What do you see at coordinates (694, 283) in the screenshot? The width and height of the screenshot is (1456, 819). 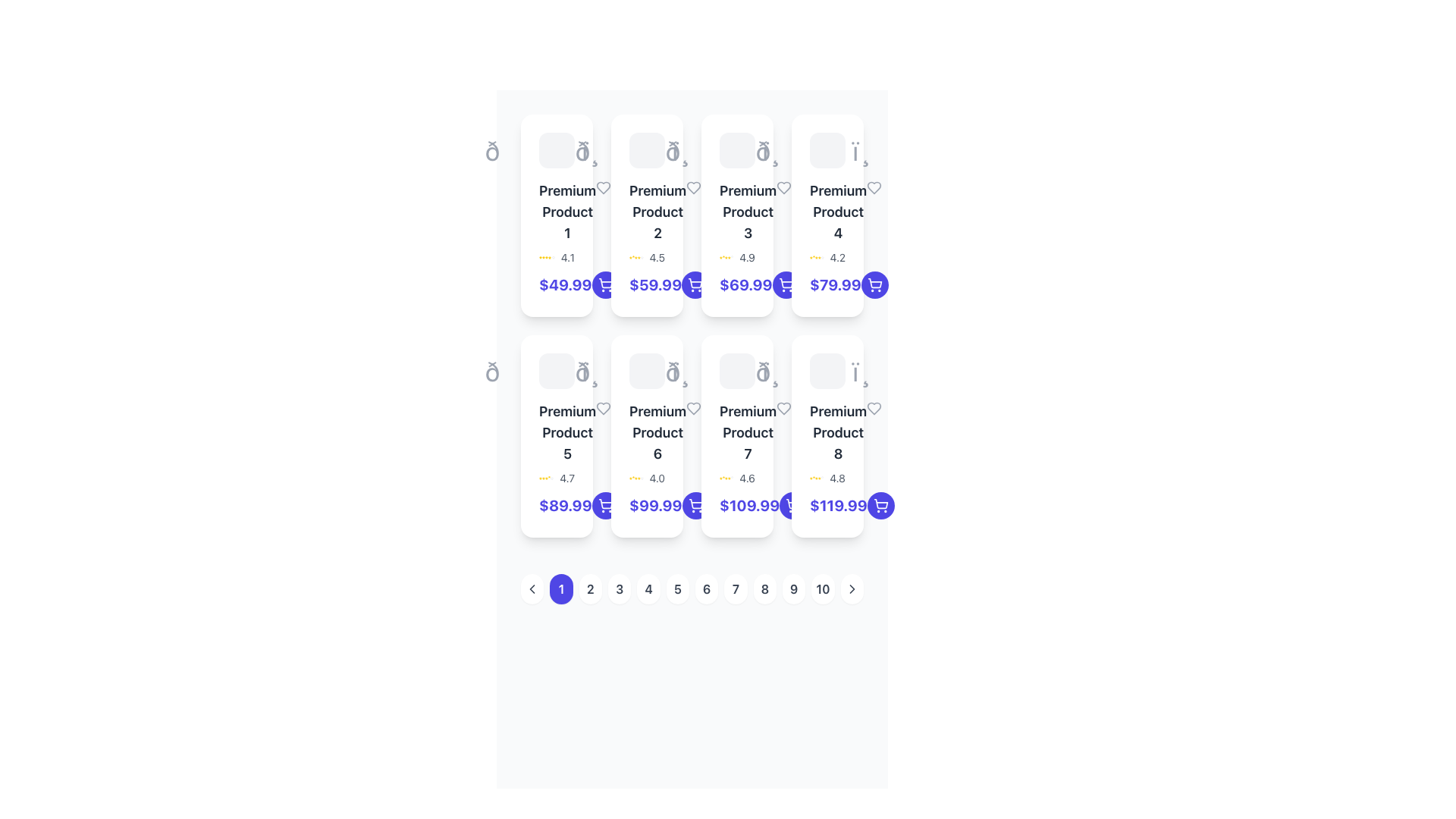 I see `the shopping cart icon` at bounding box center [694, 283].